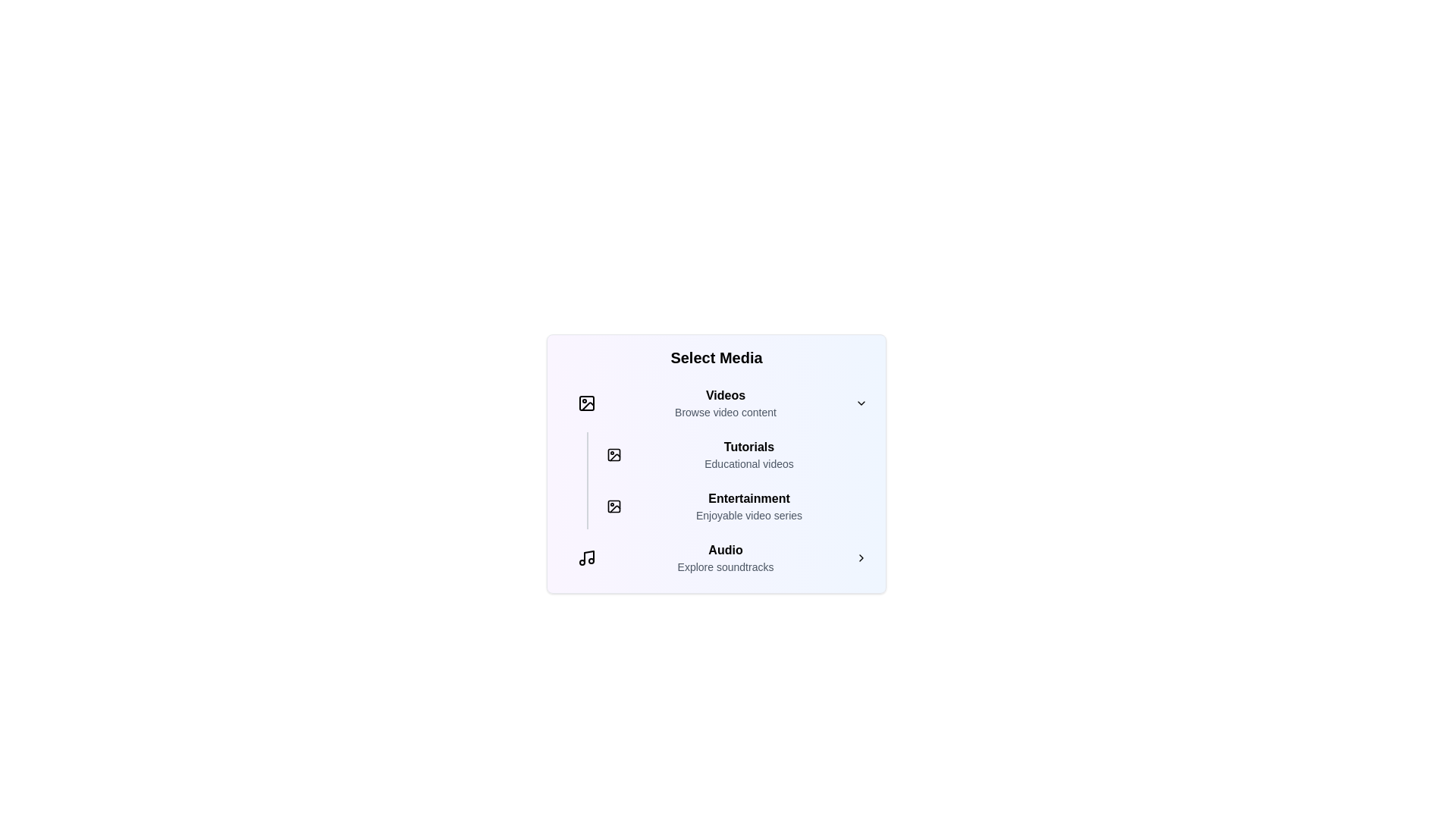 The width and height of the screenshot is (1456, 819). What do you see at coordinates (730, 480) in the screenshot?
I see `the icons in the Grouped list item or content category block located below the 'Videos' section and above the 'Audio' section` at bounding box center [730, 480].